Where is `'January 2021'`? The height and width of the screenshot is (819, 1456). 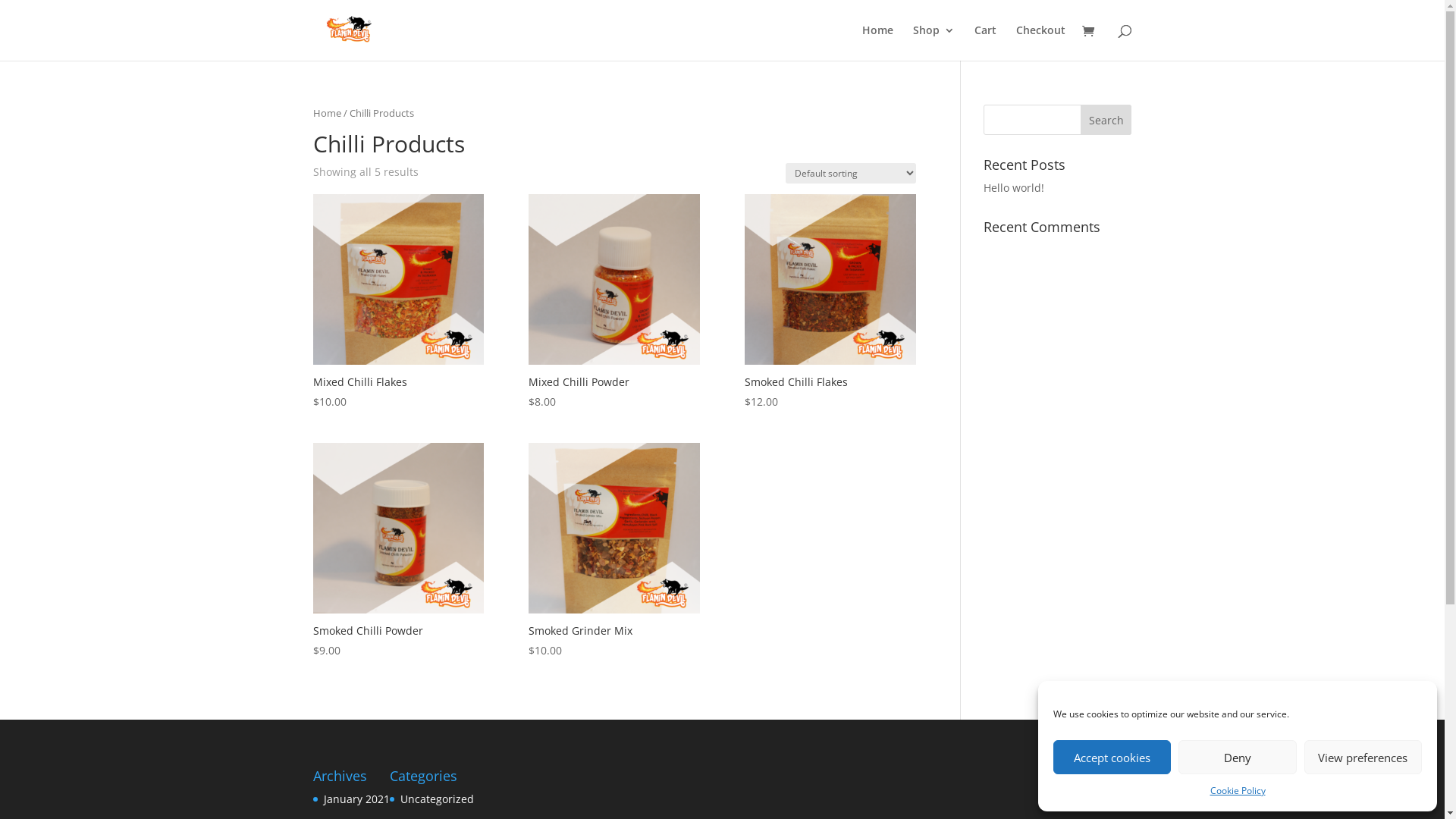 'January 2021' is located at coordinates (322, 798).